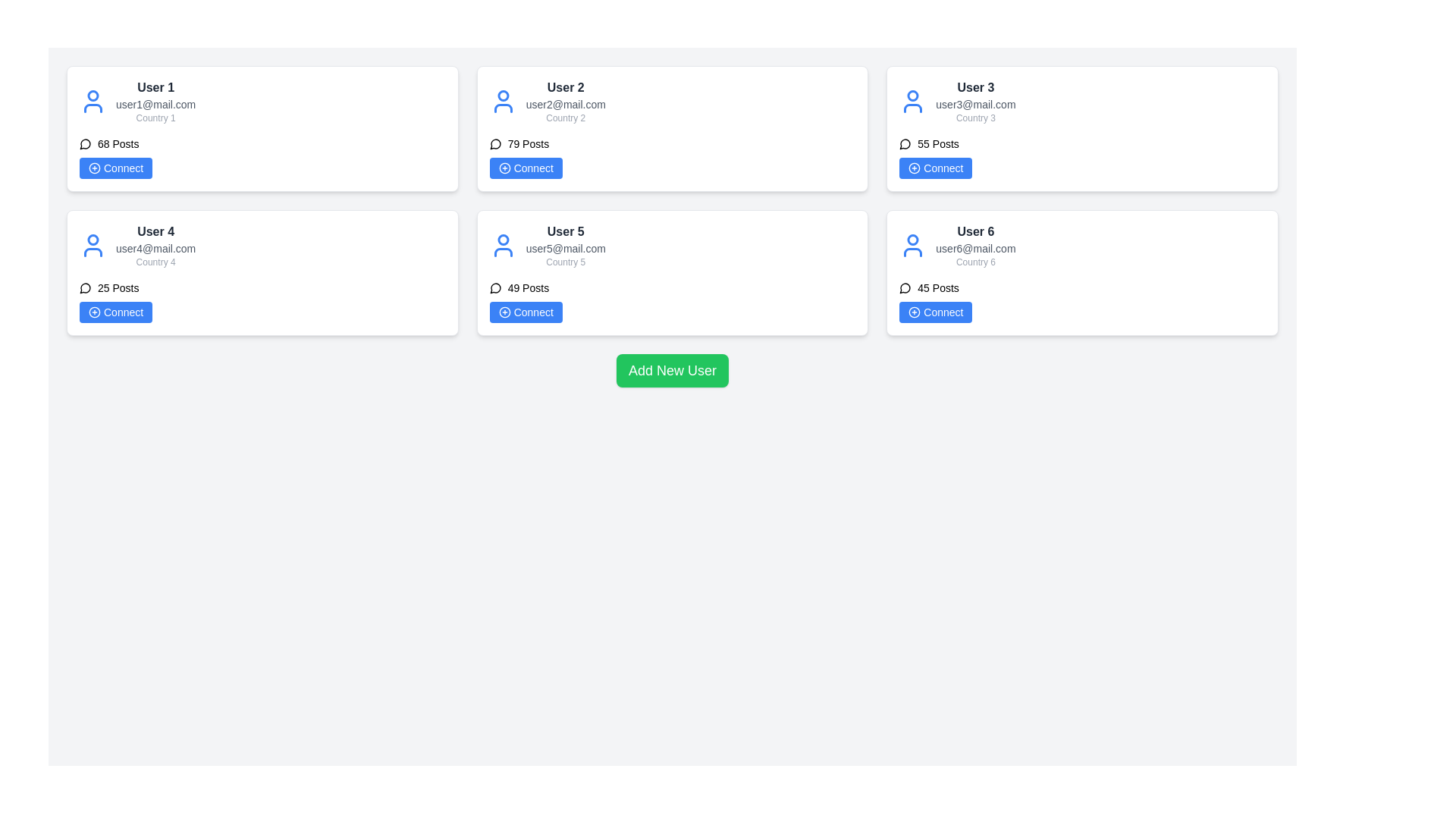  I want to click on the circular SVG icon with visible border located near the 'Connect' button for 'User 4' in the user card, so click(93, 312).